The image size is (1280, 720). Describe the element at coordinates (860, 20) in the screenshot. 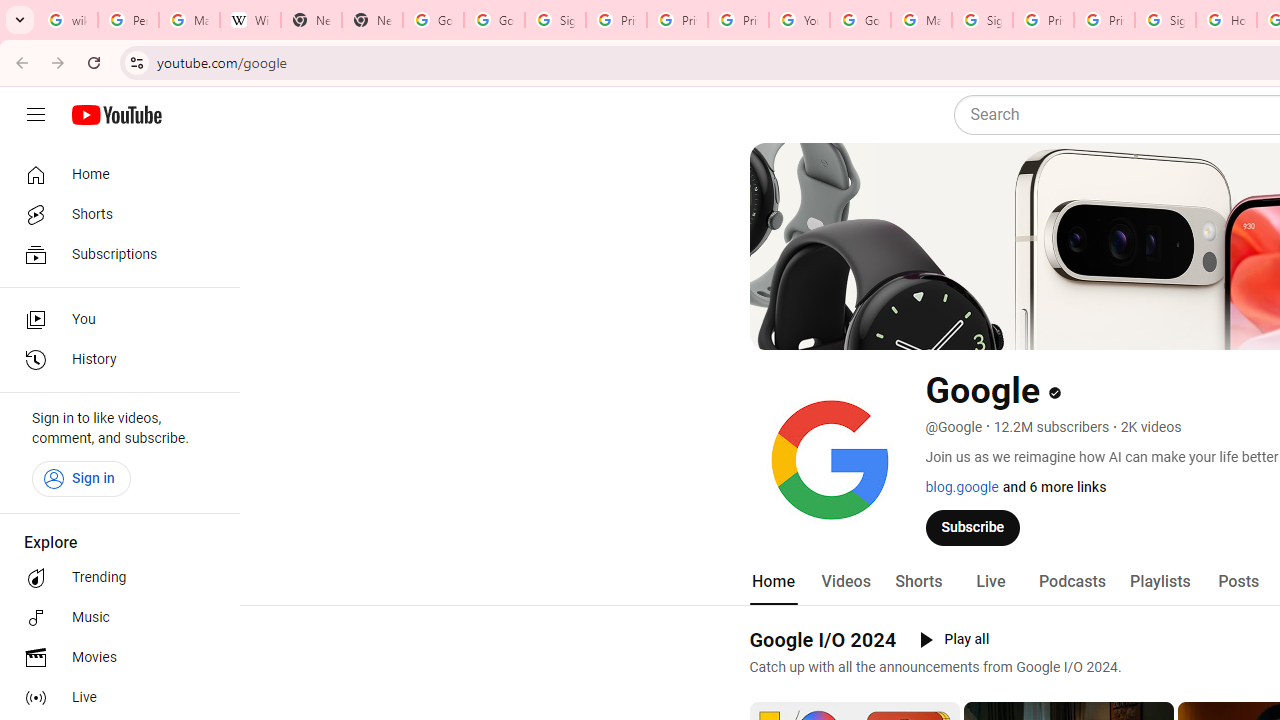

I see `'Google Account Help'` at that location.